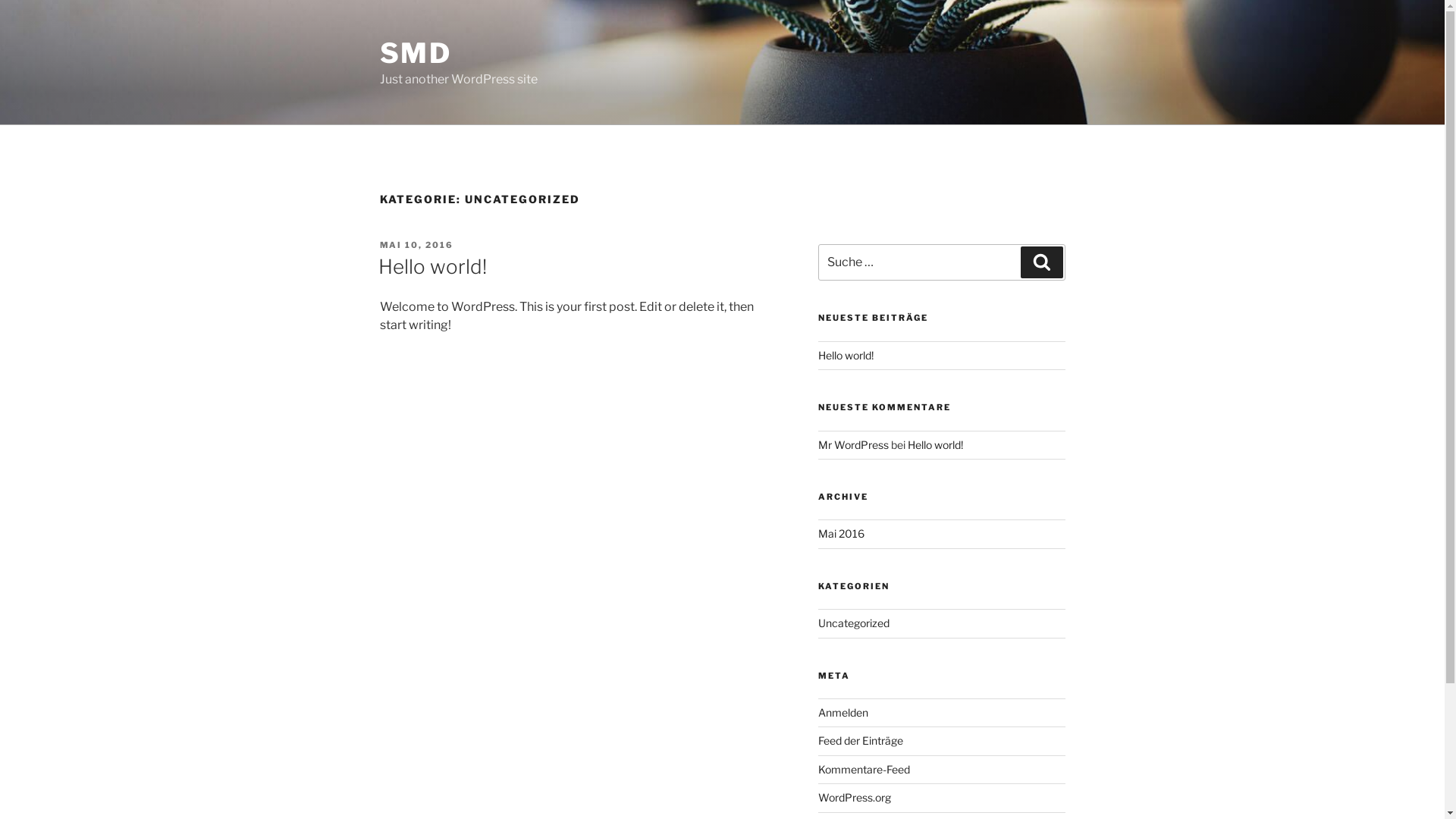 This screenshot has height=819, width=1456. I want to click on 'Kommentare-Feed', so click(817, 769).